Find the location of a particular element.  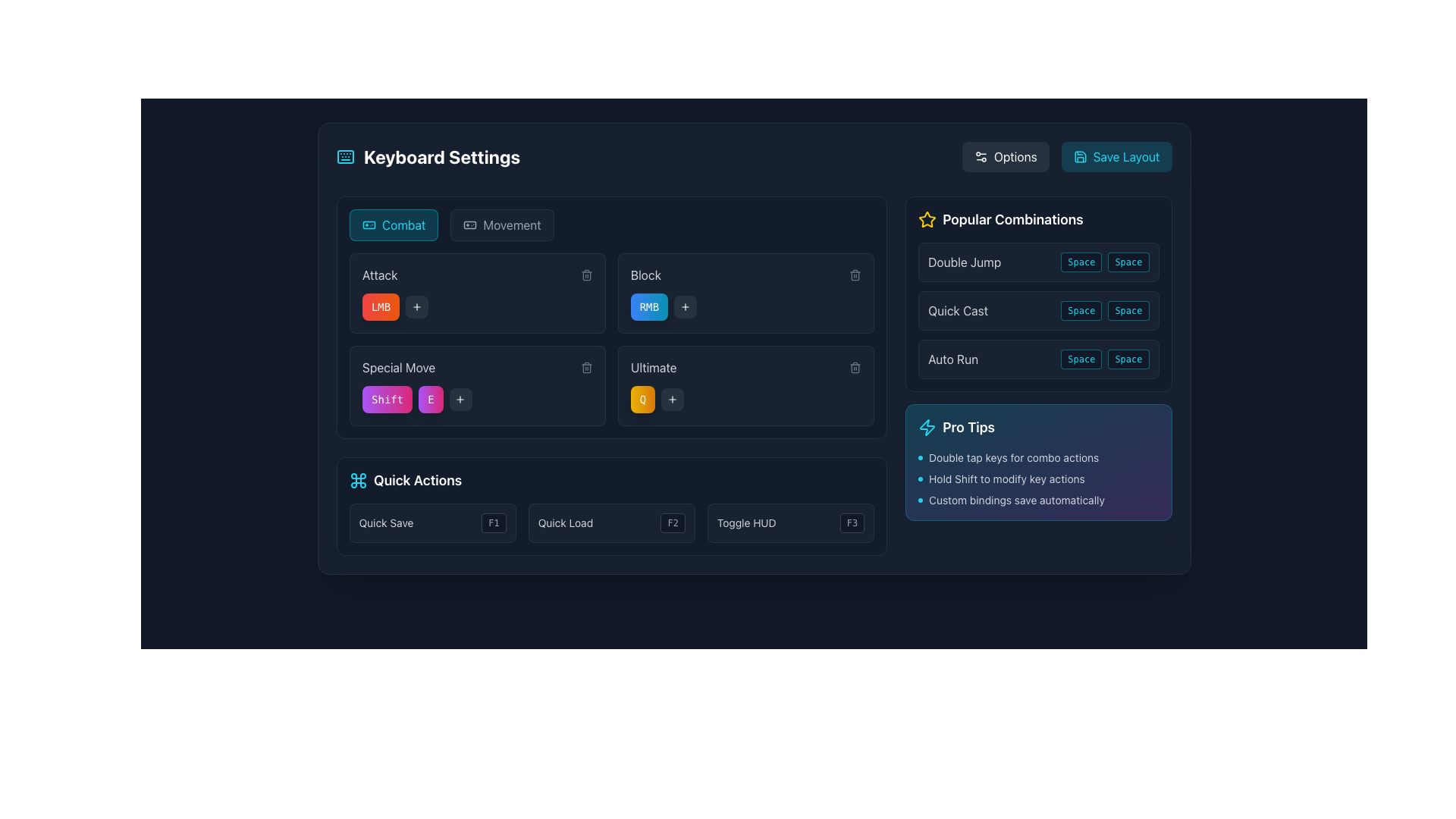

the second 'Space' button in the 'Double Jump' row under the 'Popular Combinations' section is located at coordinates (1128, 262).